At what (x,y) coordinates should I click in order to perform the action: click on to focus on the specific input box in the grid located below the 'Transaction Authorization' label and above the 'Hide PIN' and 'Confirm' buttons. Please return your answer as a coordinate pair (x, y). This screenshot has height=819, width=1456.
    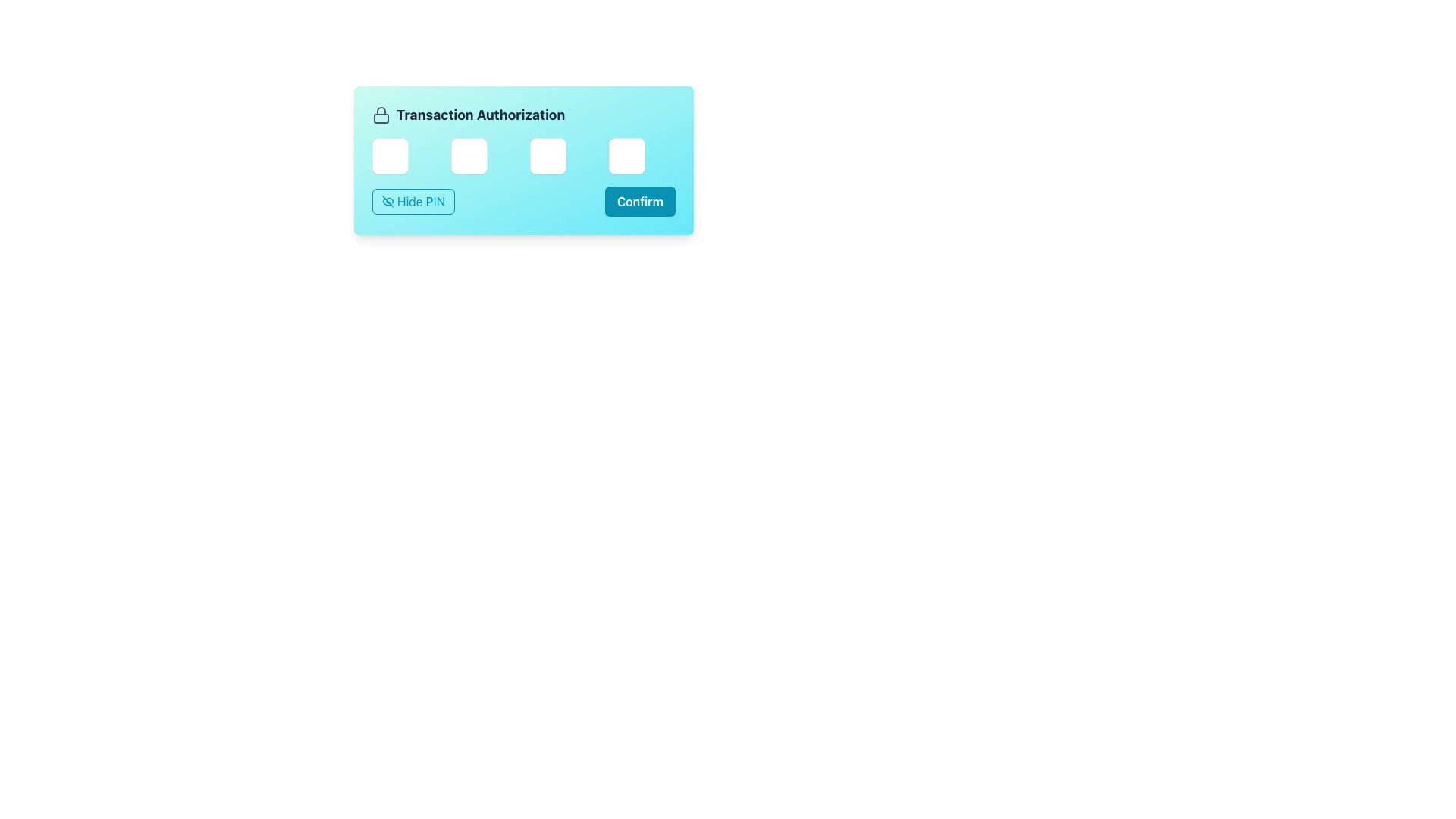
    Looking at the image, I should click on (524, 155).